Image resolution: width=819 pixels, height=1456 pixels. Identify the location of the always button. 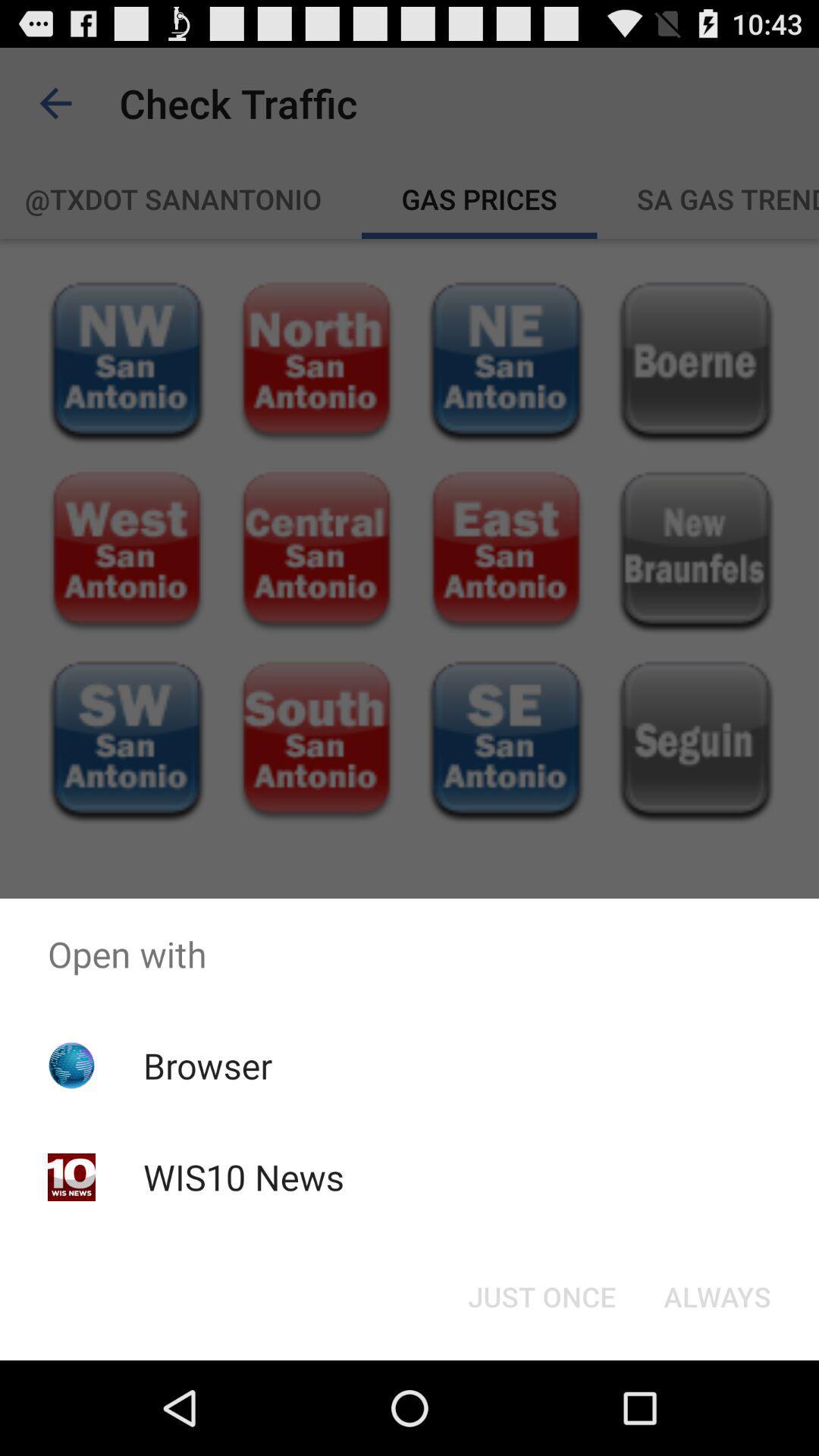
(717, 1295).